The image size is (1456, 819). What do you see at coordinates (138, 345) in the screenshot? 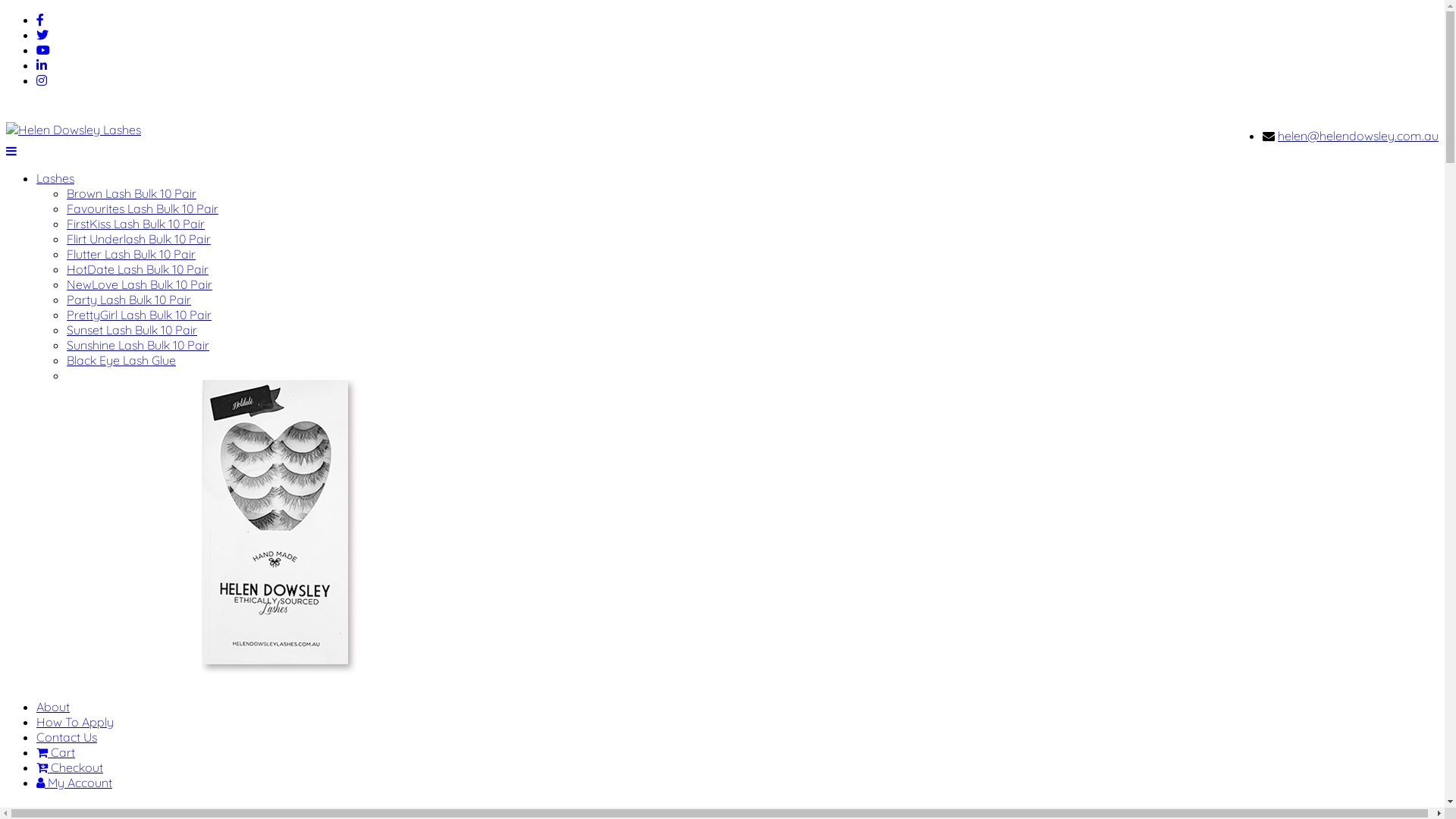
I see `'Sunshine Lash Bulk 10 Pair'` at bounding box center [138, 345].